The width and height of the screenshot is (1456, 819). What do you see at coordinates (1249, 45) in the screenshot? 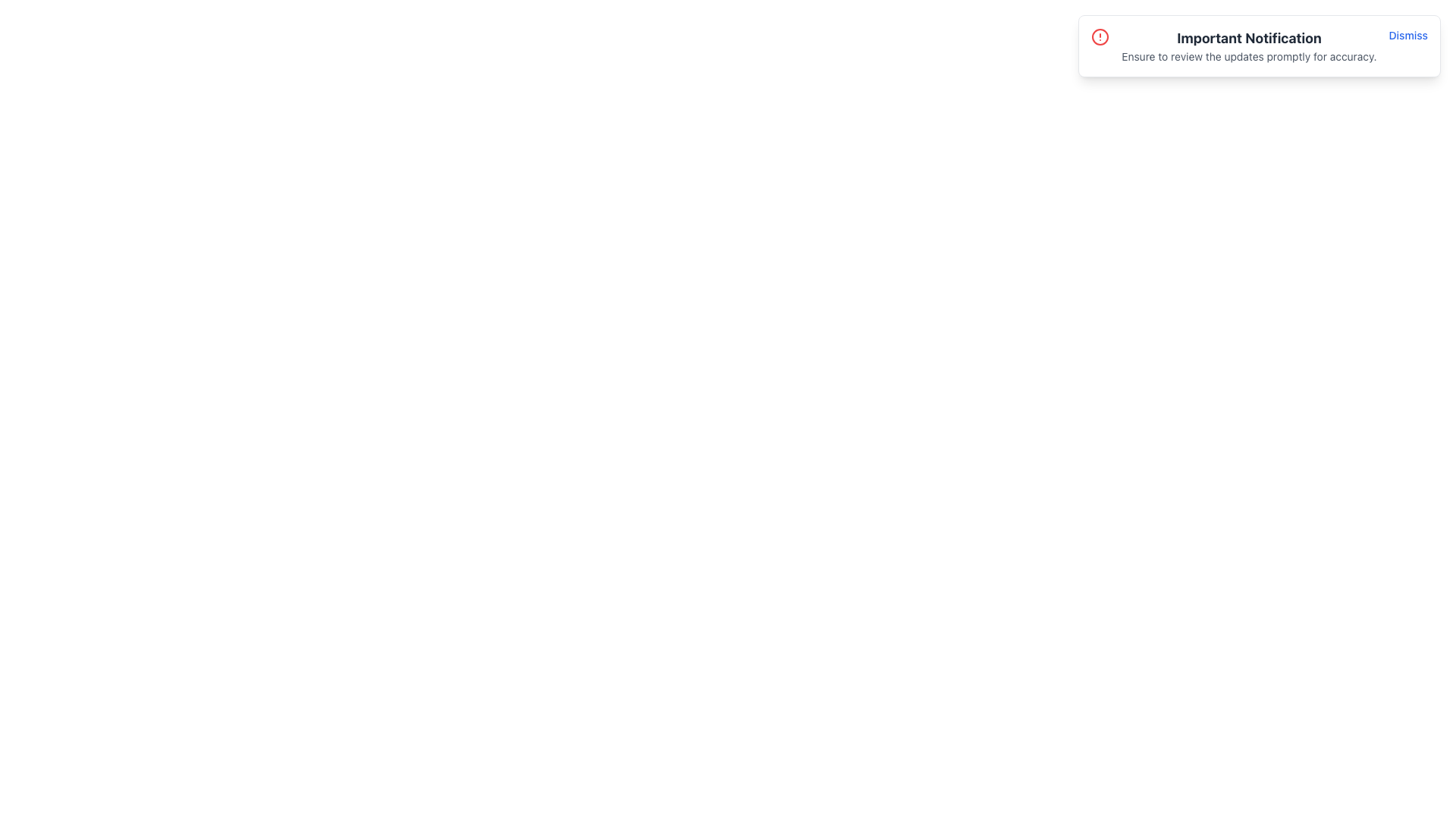
I see `the Informational Text Component that delivers critical messages to the user, positioned between an importance icon and a 'Dismiss' button` at bounding box center [1249, 45].